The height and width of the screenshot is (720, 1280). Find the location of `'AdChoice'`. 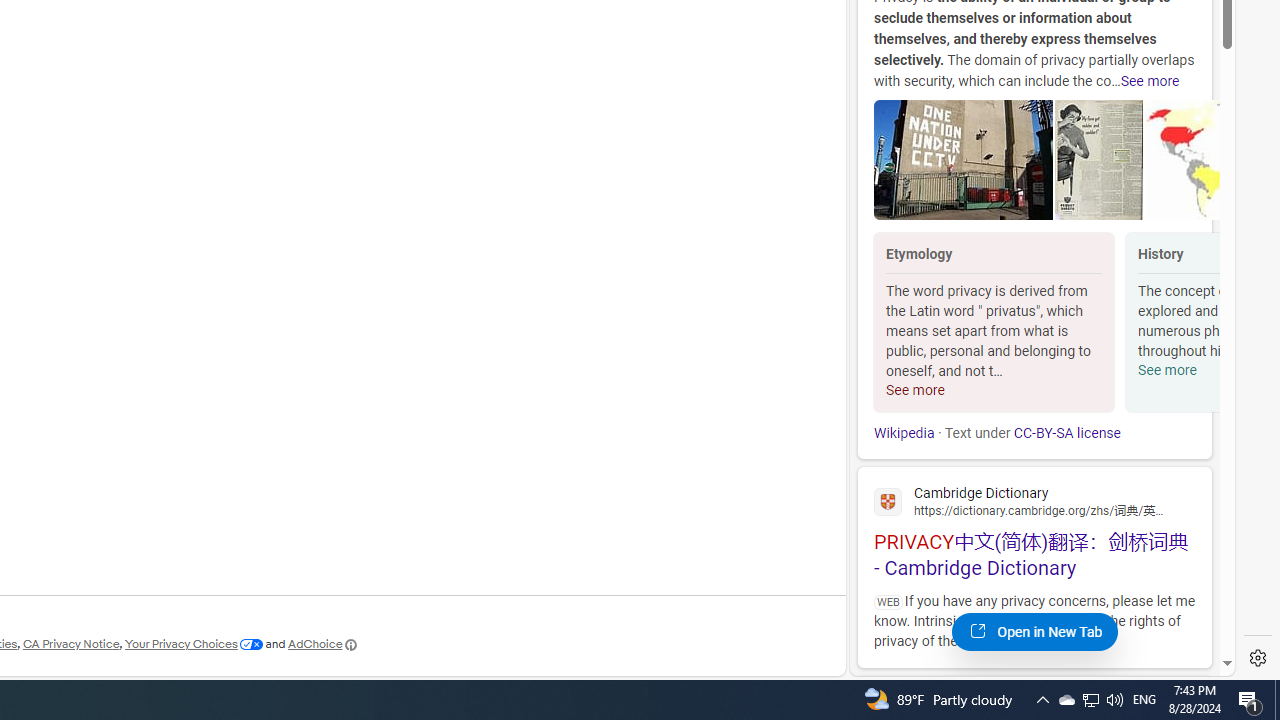

'AdChoice' is located at coordinates (323, 644).